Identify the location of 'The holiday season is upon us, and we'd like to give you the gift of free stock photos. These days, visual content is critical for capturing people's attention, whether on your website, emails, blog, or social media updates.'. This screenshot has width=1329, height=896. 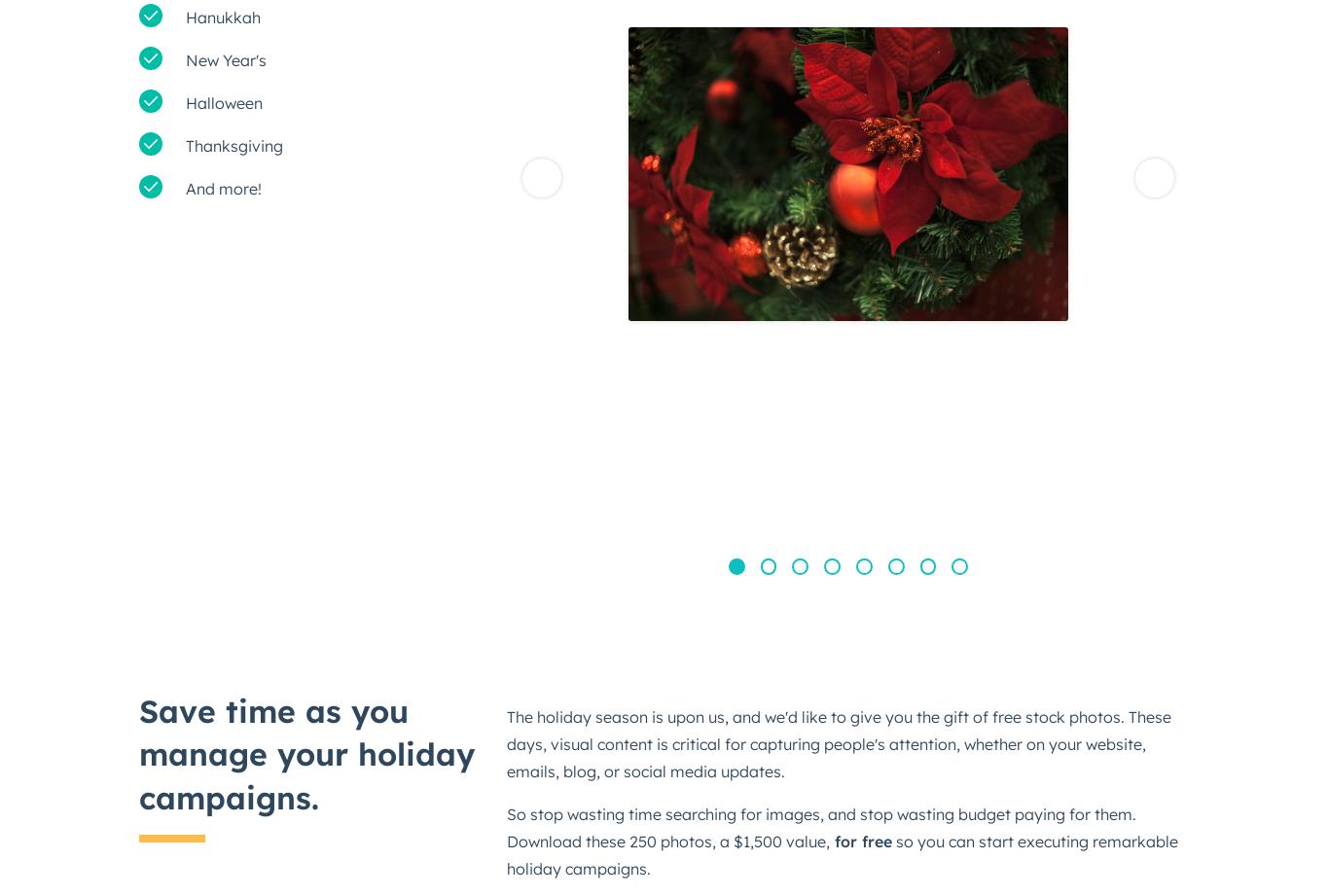
(838, 743).